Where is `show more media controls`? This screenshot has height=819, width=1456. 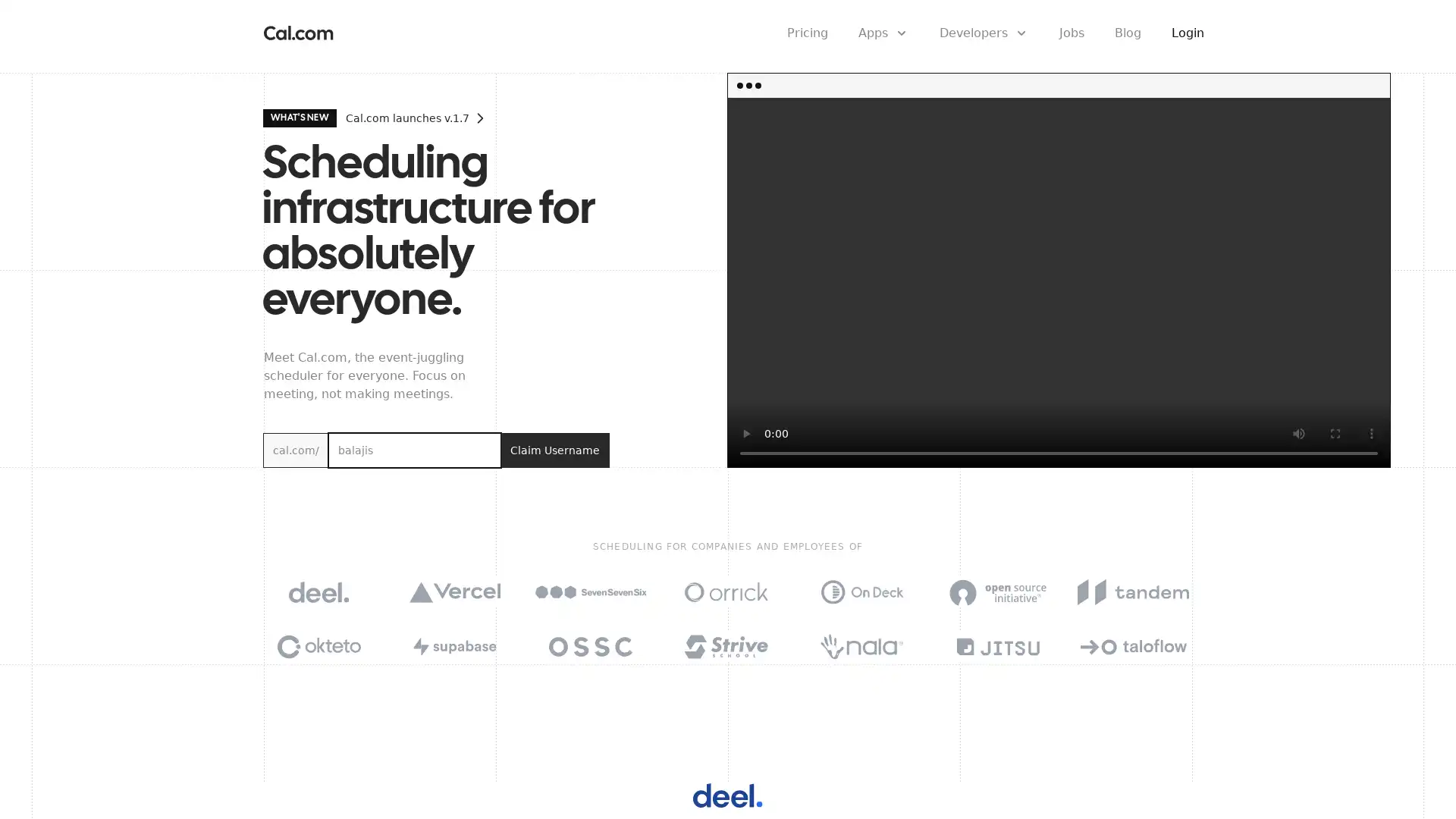 show more media controls is located at coordinates (1372, 433).